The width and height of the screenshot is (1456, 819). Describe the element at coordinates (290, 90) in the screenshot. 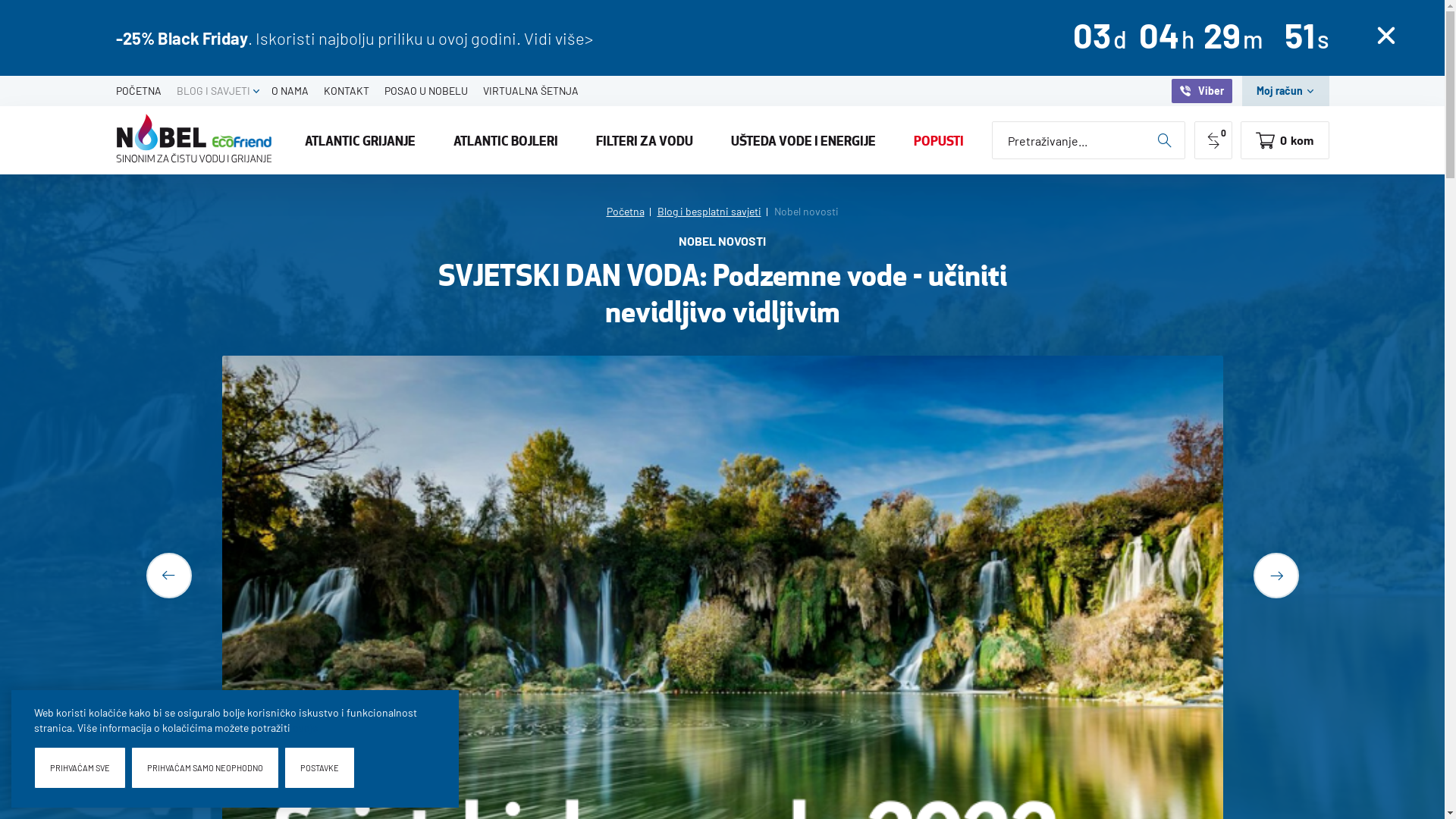

I see `'O NAMA'` at that location.